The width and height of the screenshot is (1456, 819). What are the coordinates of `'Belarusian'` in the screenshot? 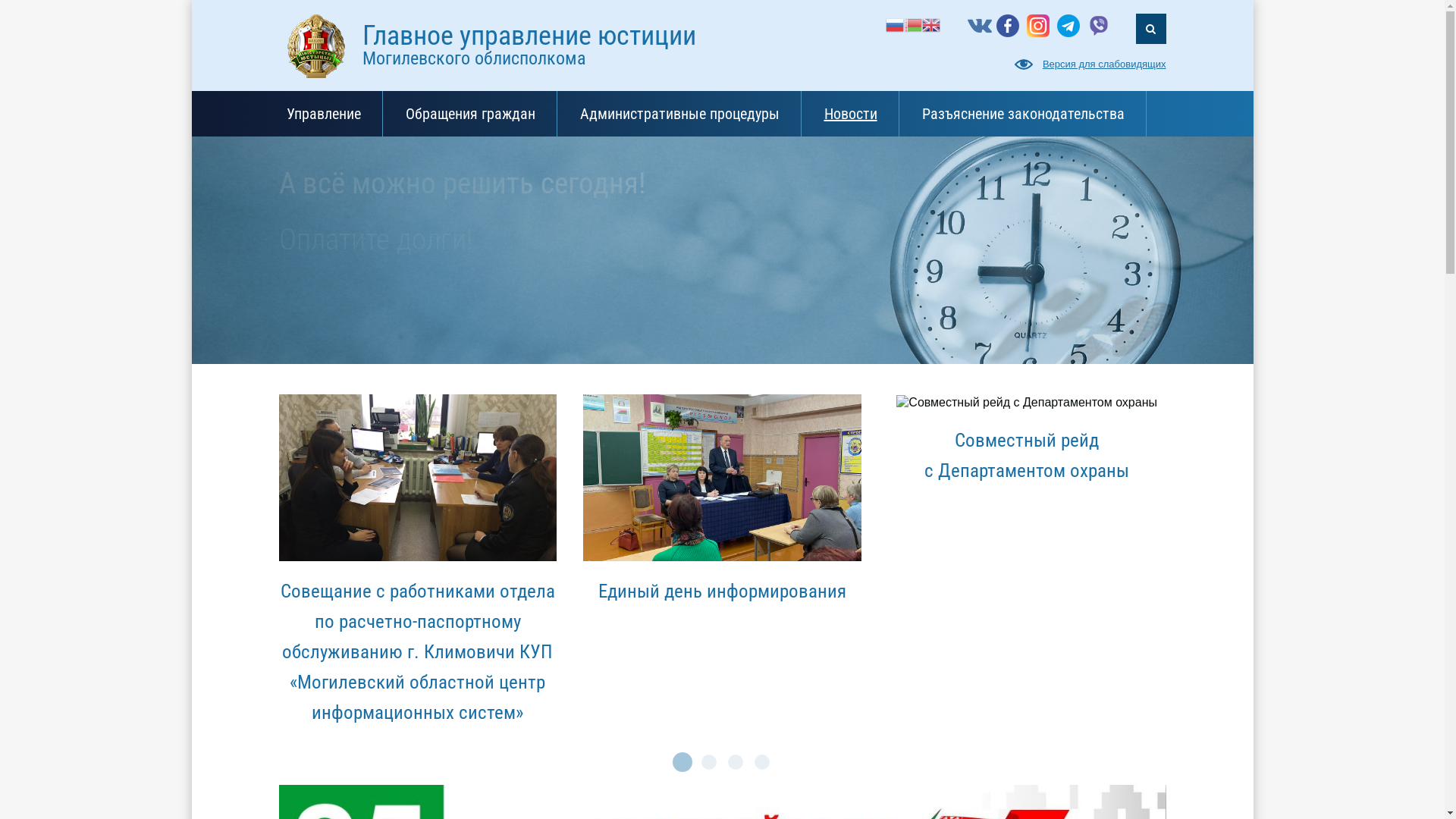 It's located at (912, 24).